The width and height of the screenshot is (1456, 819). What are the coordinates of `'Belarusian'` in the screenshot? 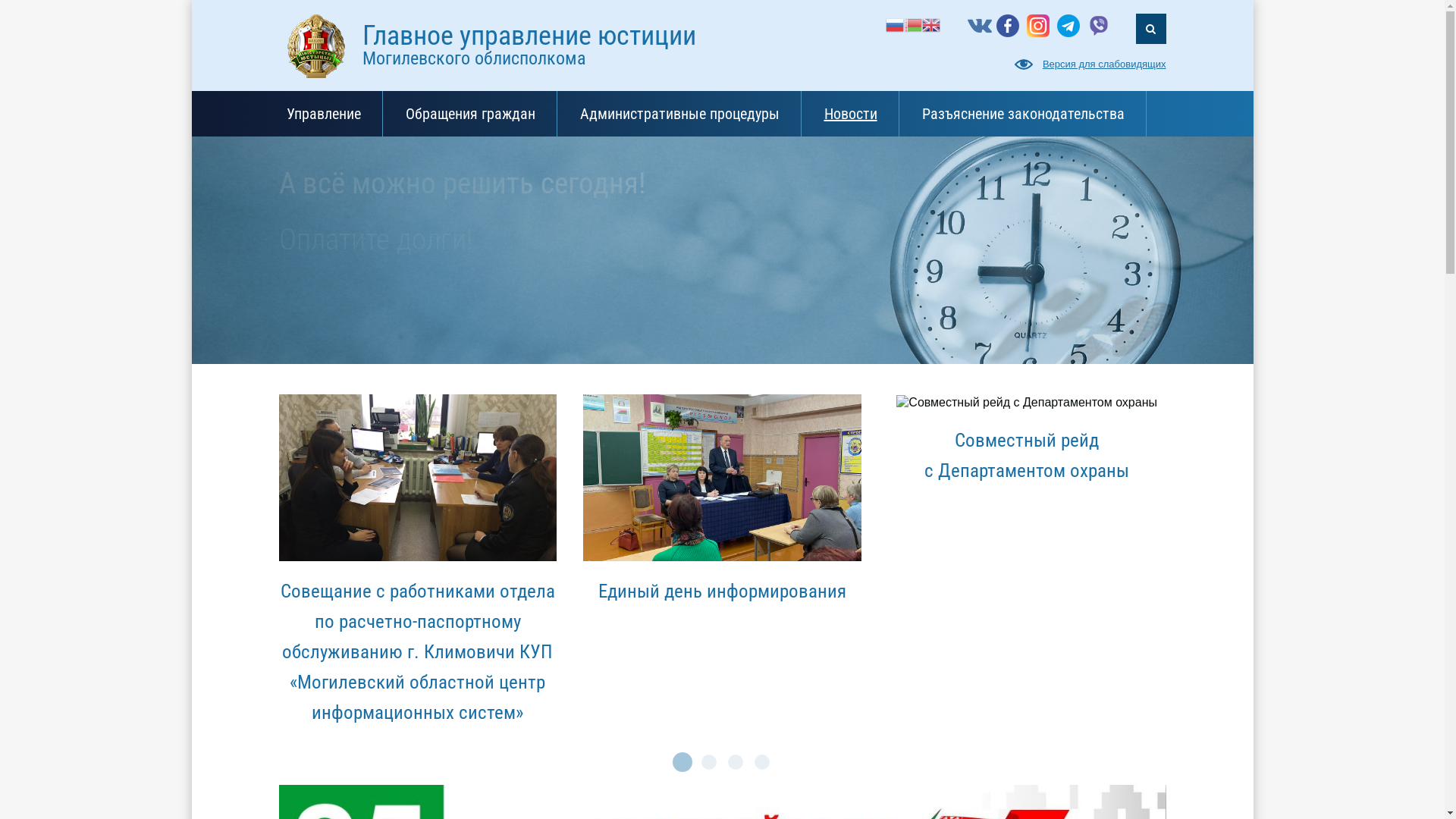 It's located at (912, 24).